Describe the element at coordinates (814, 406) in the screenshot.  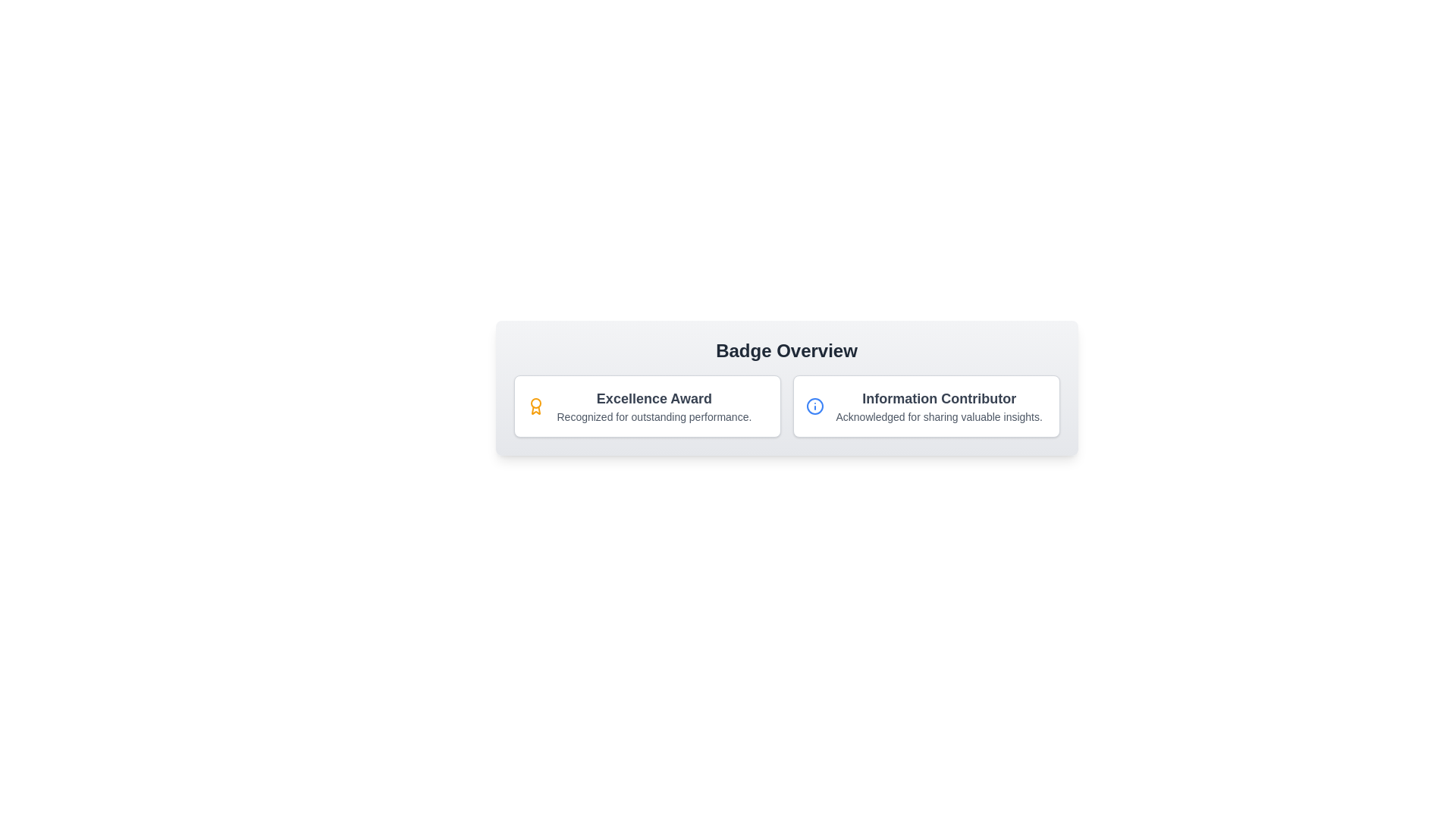
I see `the blue circular icon with a white 'i' symbol representing information, located to the left of the text in the 'Information Contributor' badge area, the second badge from the left in the badge overview section` at that location.